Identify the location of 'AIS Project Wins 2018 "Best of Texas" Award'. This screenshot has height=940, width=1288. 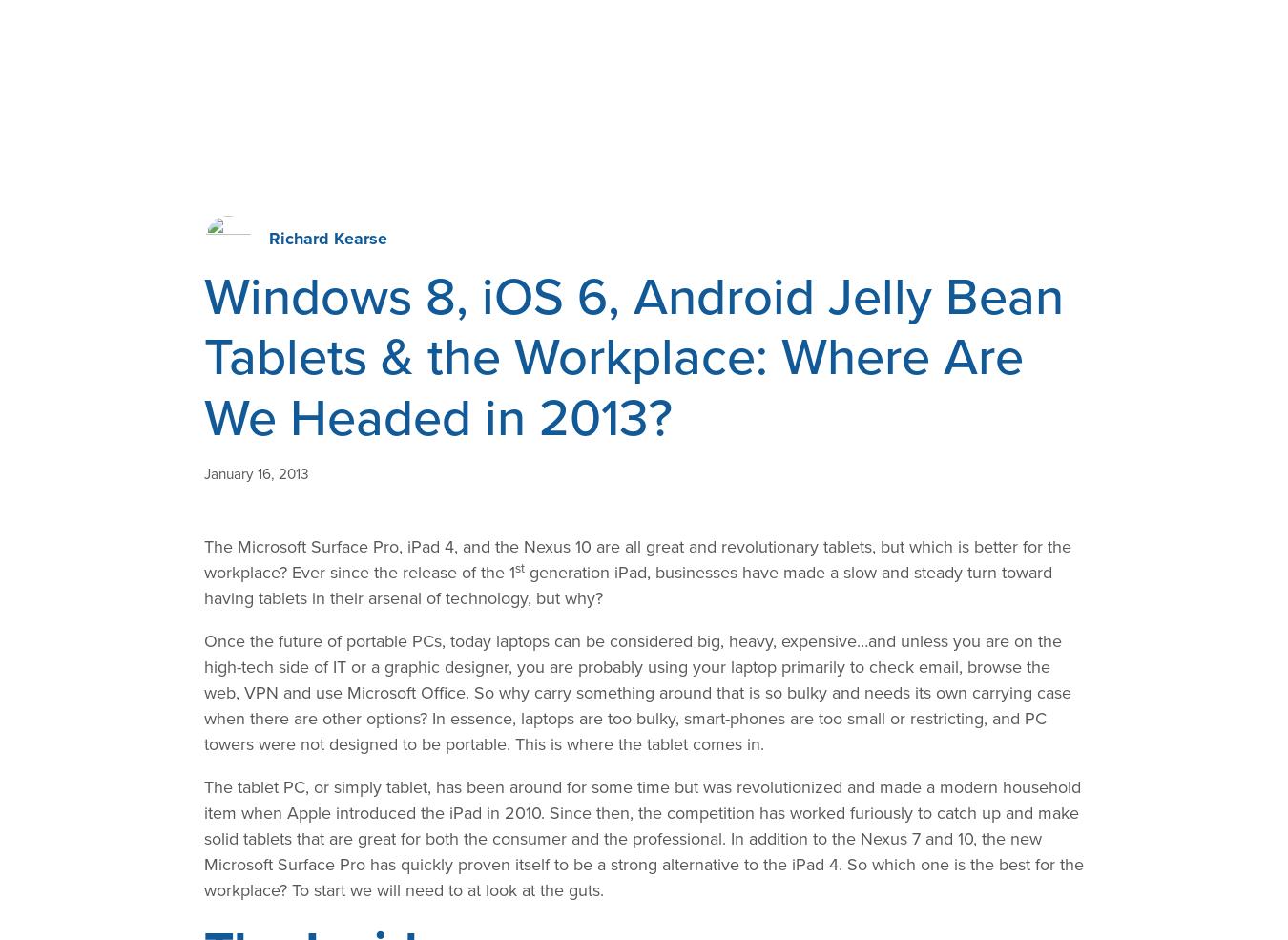
(987, 747).